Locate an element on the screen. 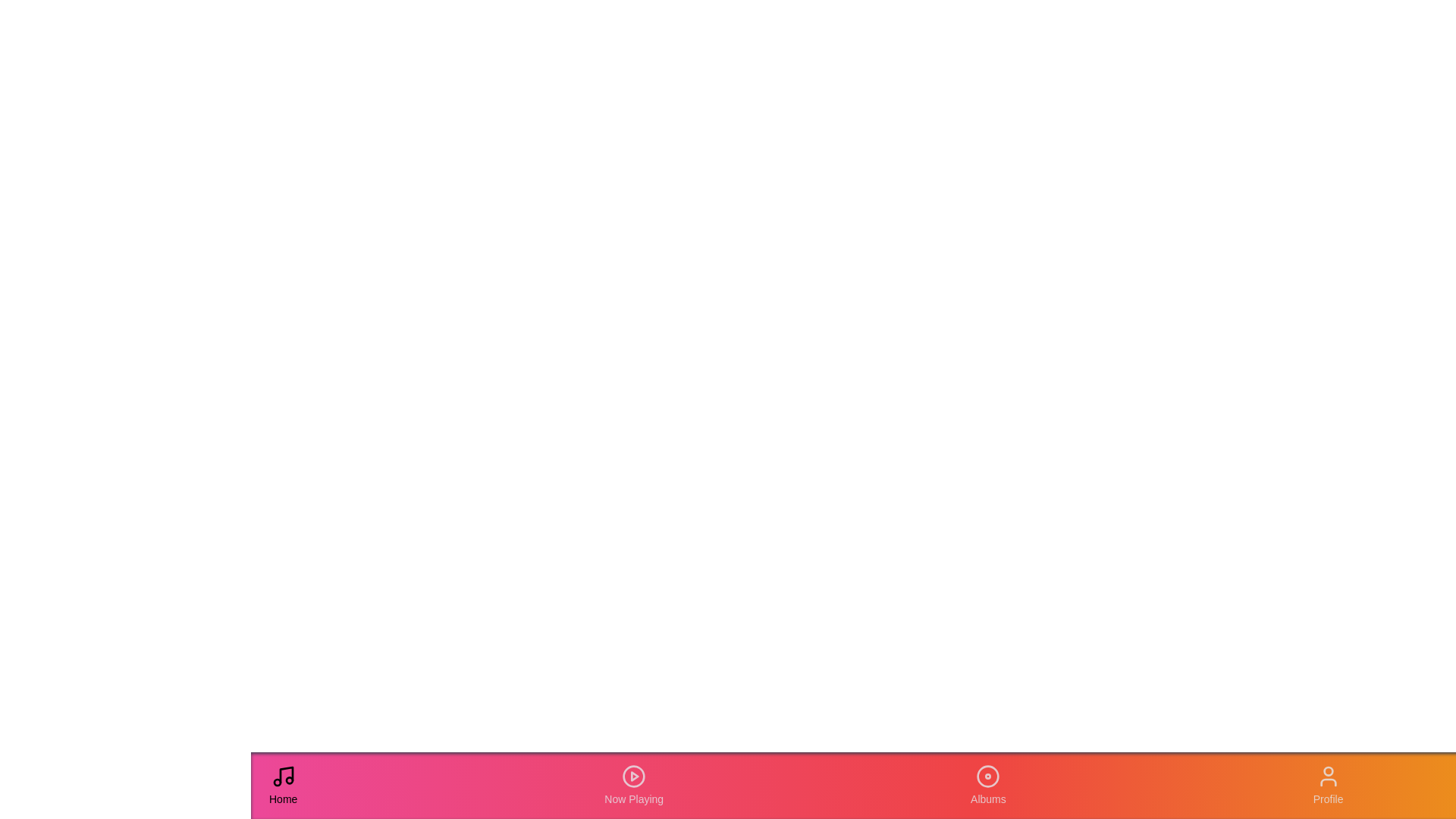 Image resolution: width=1456 pixels, height=819 pixels. the Home tab in the navigation bar is located at coordinates (283, 785).